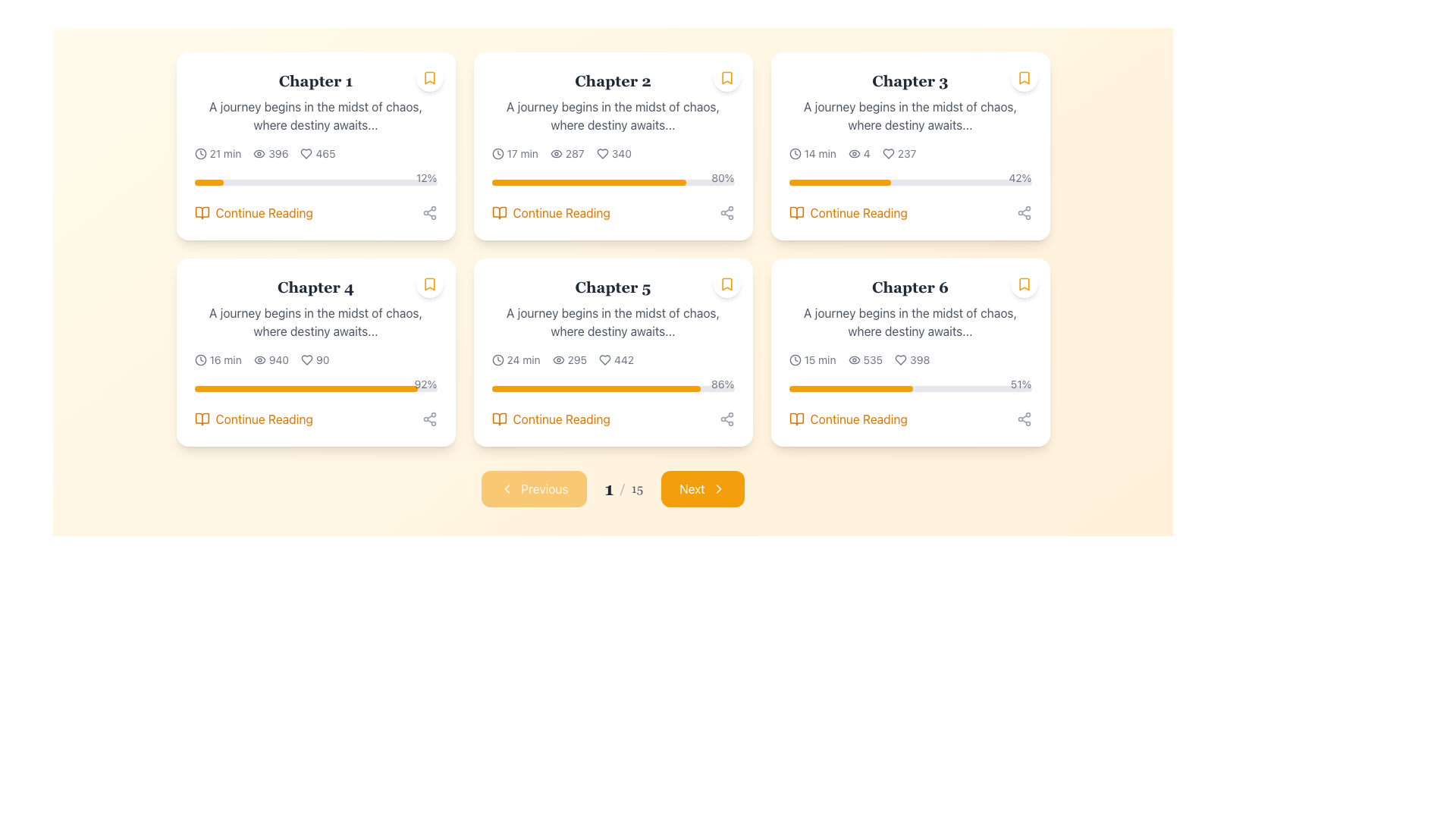 This screenshot has height=819, width=1456. I want to click on the slim horizontal progress bar with a gray background and amber filled section located below the details of 'Chapter 4.', so click(315, 388).